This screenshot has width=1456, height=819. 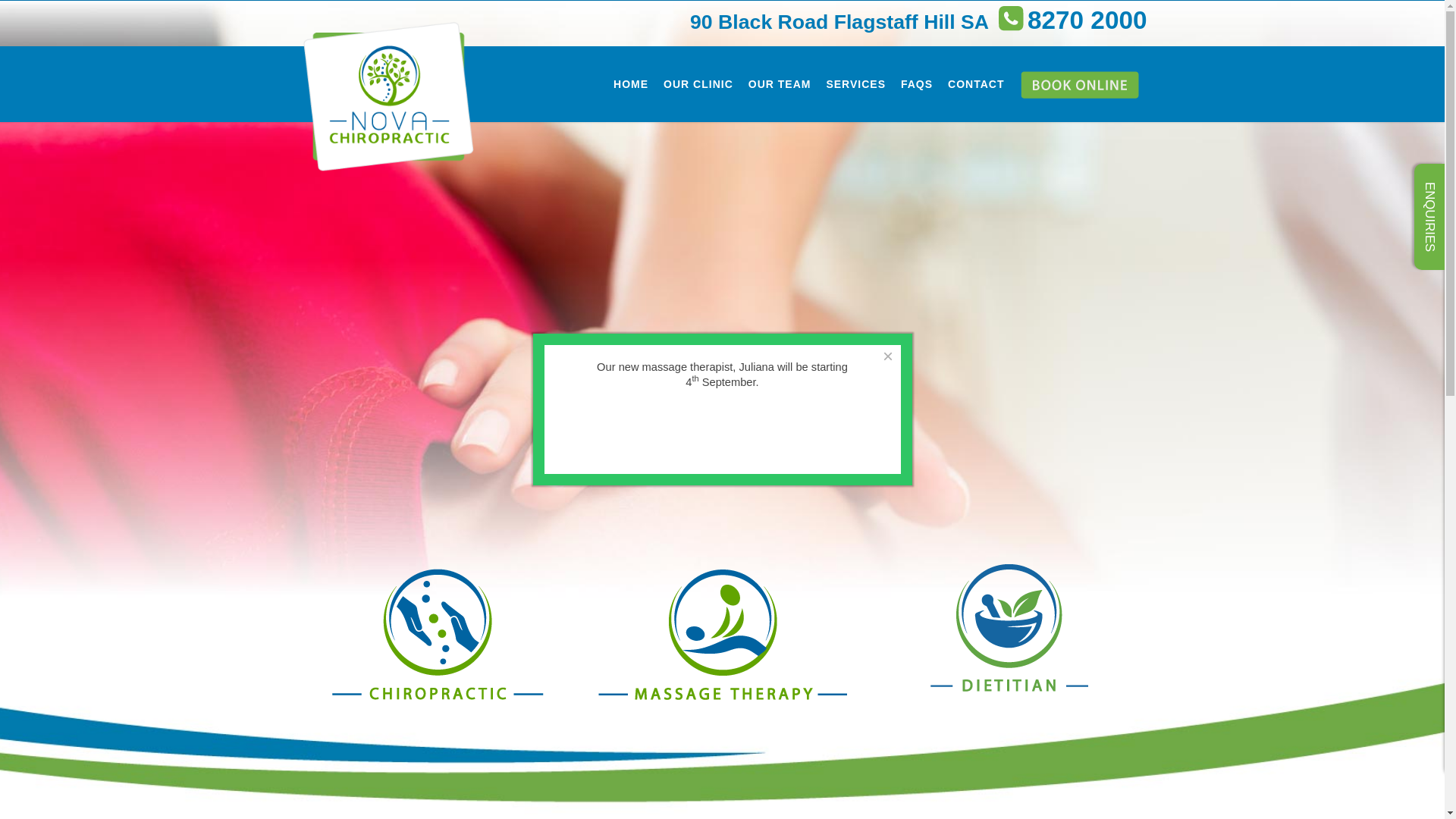 What do you see at coordinates (655, 84) in the screenshot?
I see `'OUR CLINIC'` at bounding box center [655, 84].